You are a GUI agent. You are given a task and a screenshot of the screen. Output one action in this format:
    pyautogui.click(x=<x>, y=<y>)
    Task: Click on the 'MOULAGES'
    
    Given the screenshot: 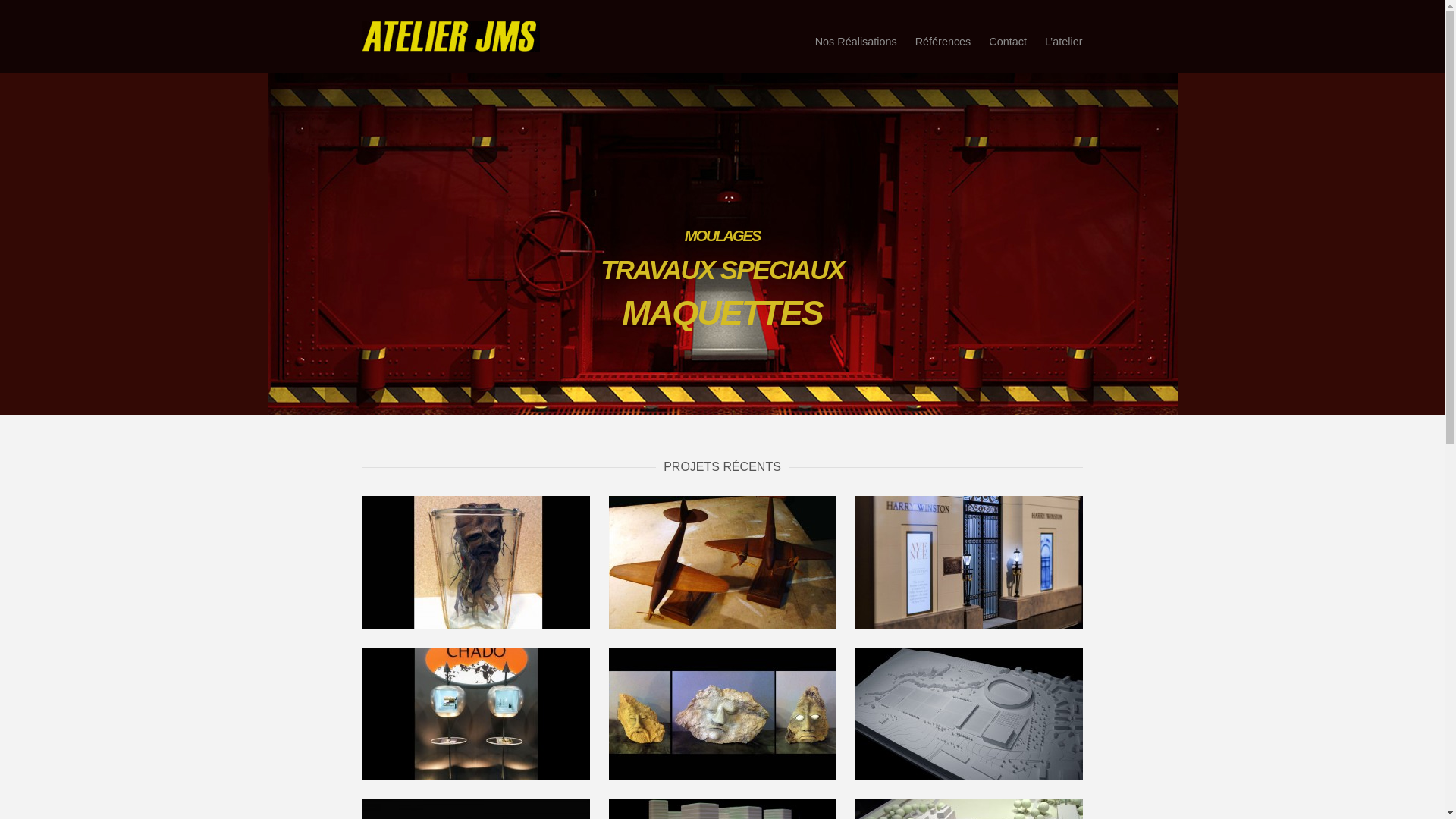 What is the action you would take?
    pyautogui.click(x=722, y=236)
    